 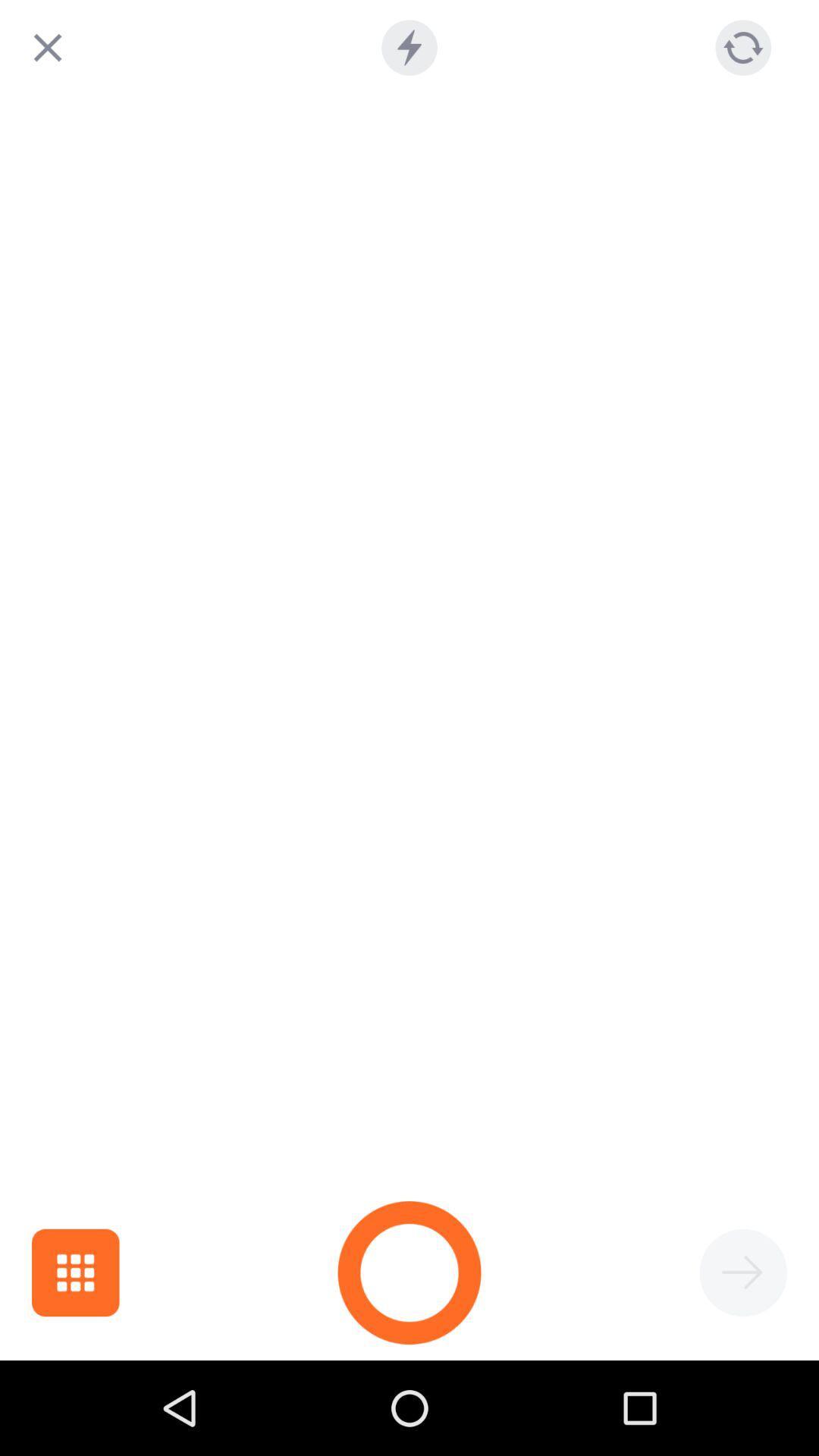 I want to click on the refresh icon, so click(x=742, y=47).